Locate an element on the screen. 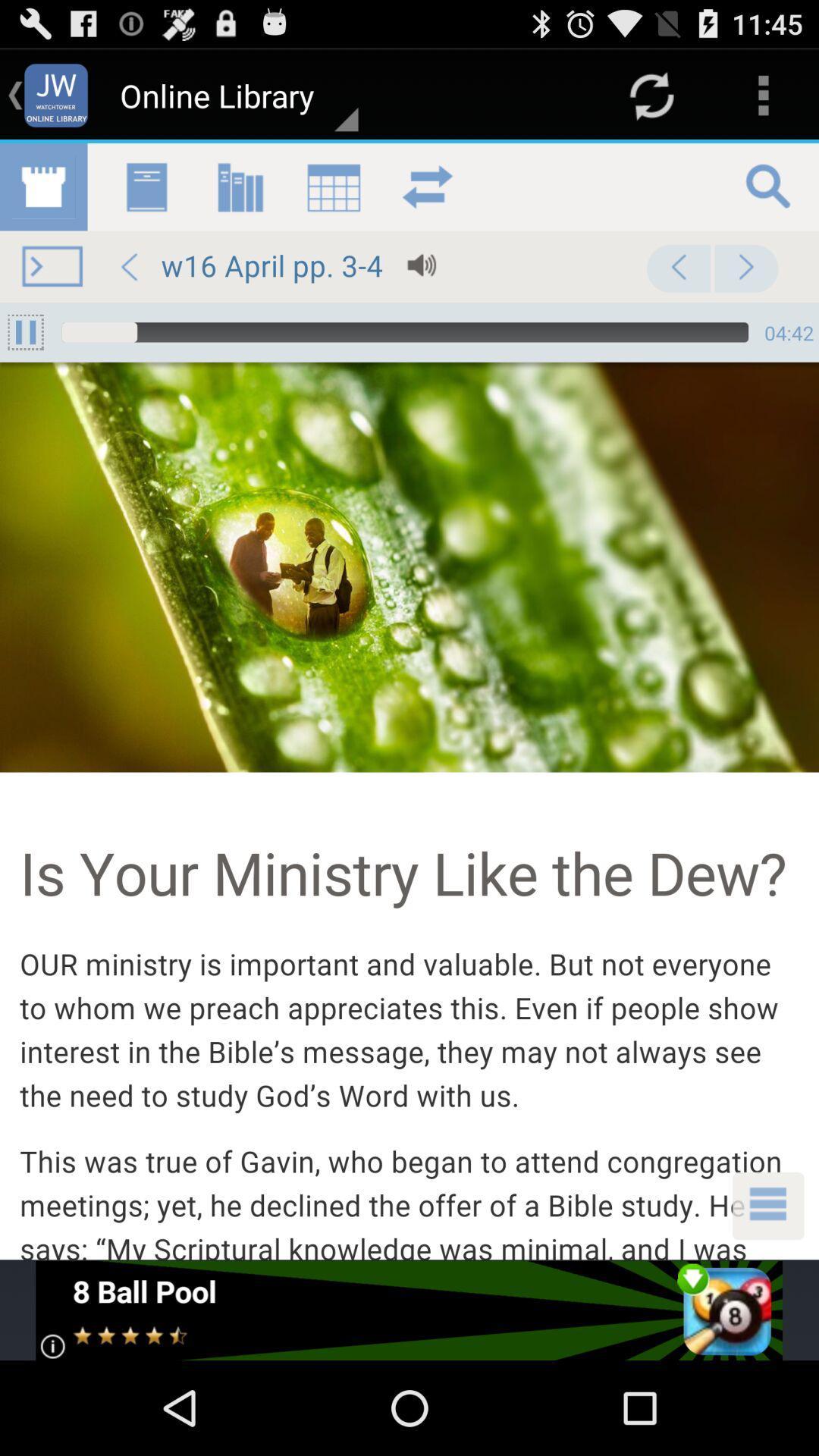 The image size is (819, 1456). download 8 ball pool is located at coordinates (408, 1310).